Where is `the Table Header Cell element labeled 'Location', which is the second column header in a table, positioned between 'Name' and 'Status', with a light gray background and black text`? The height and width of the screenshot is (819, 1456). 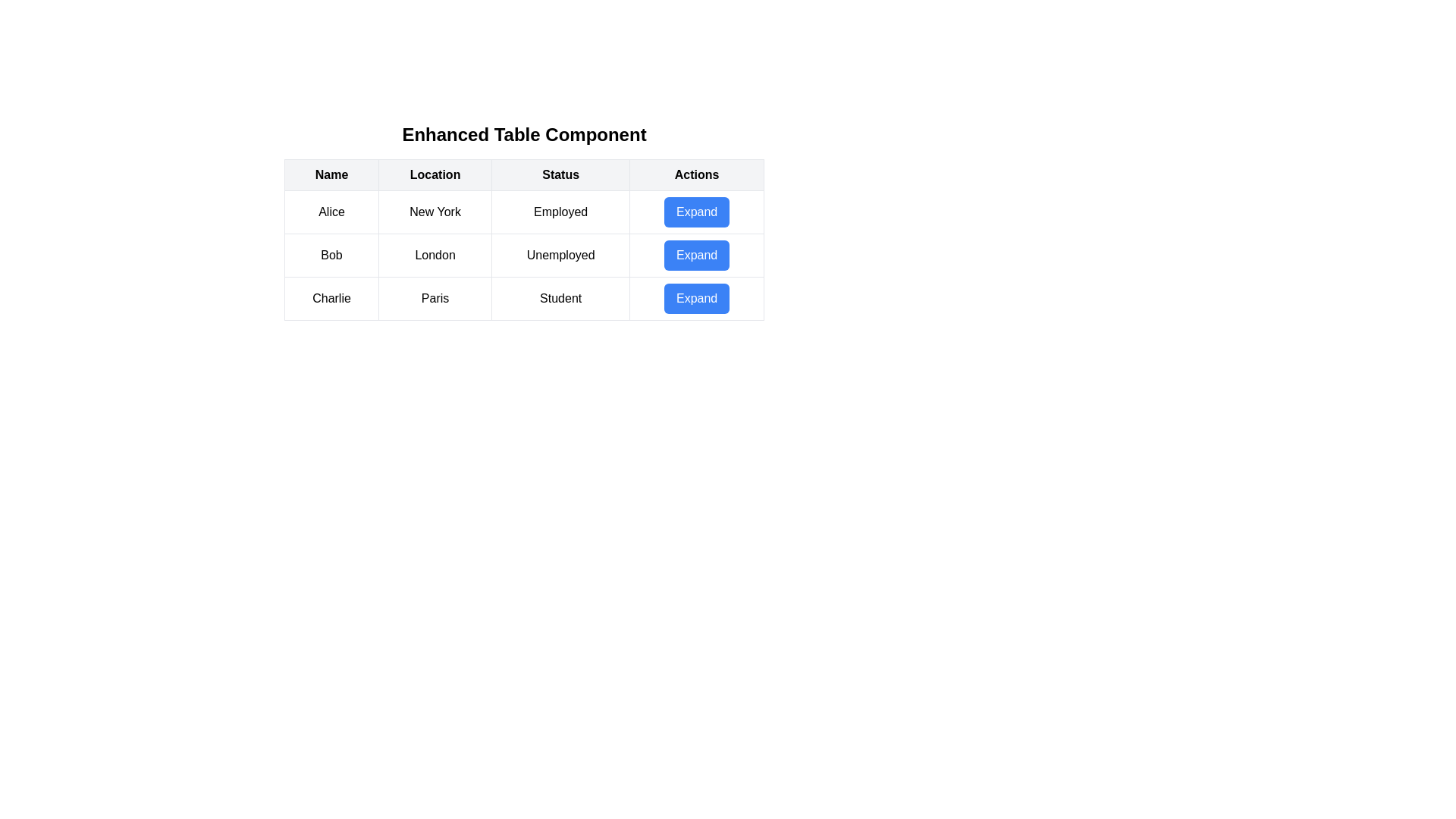
the Table Header Cell element labeled 'Location', which is the second column header in a table, positioned between 'Name' and 'Status', with a light gray background and black text is located at coordinates (435, 174).